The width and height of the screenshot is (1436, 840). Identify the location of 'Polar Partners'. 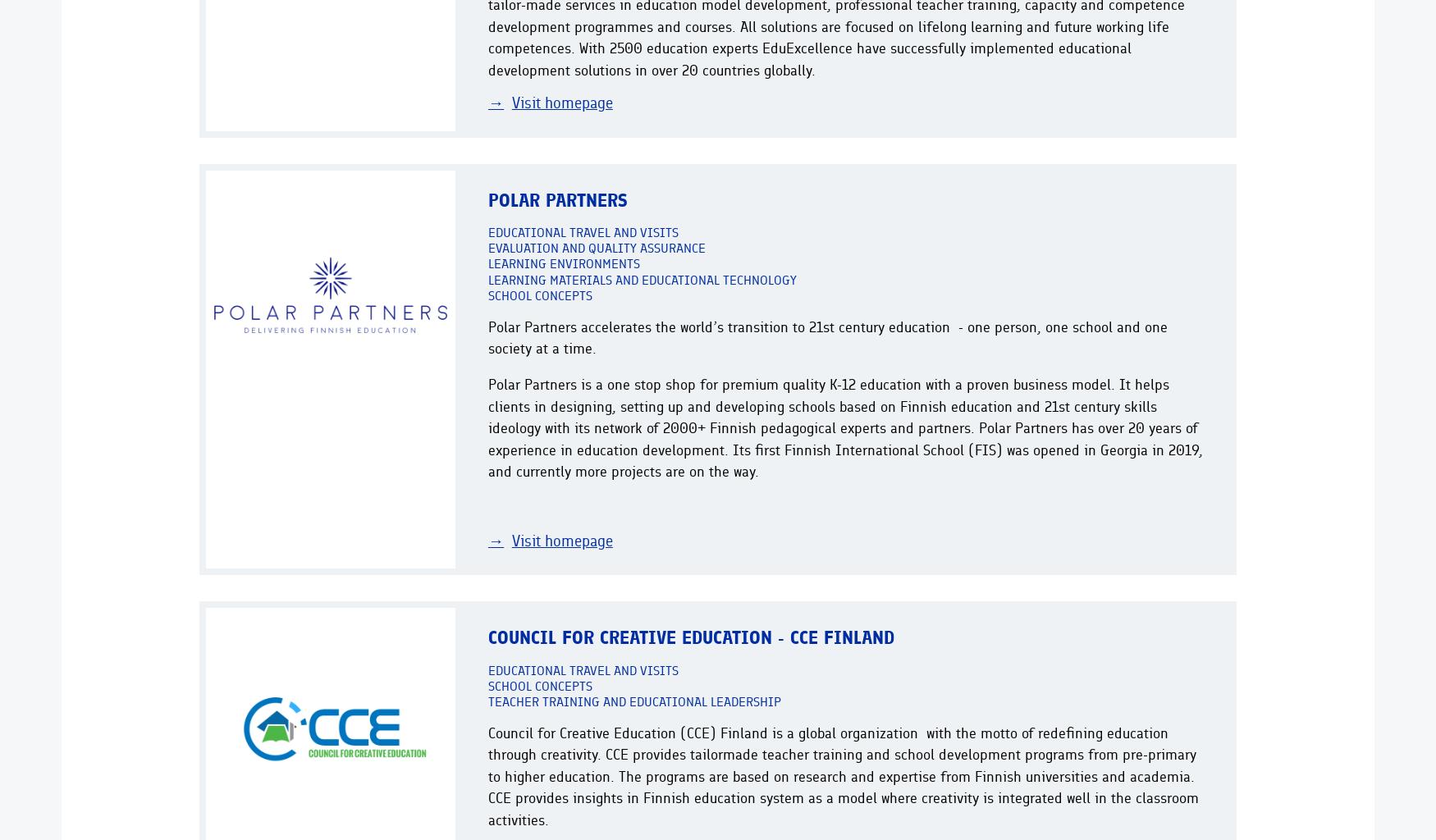
(556, 199).